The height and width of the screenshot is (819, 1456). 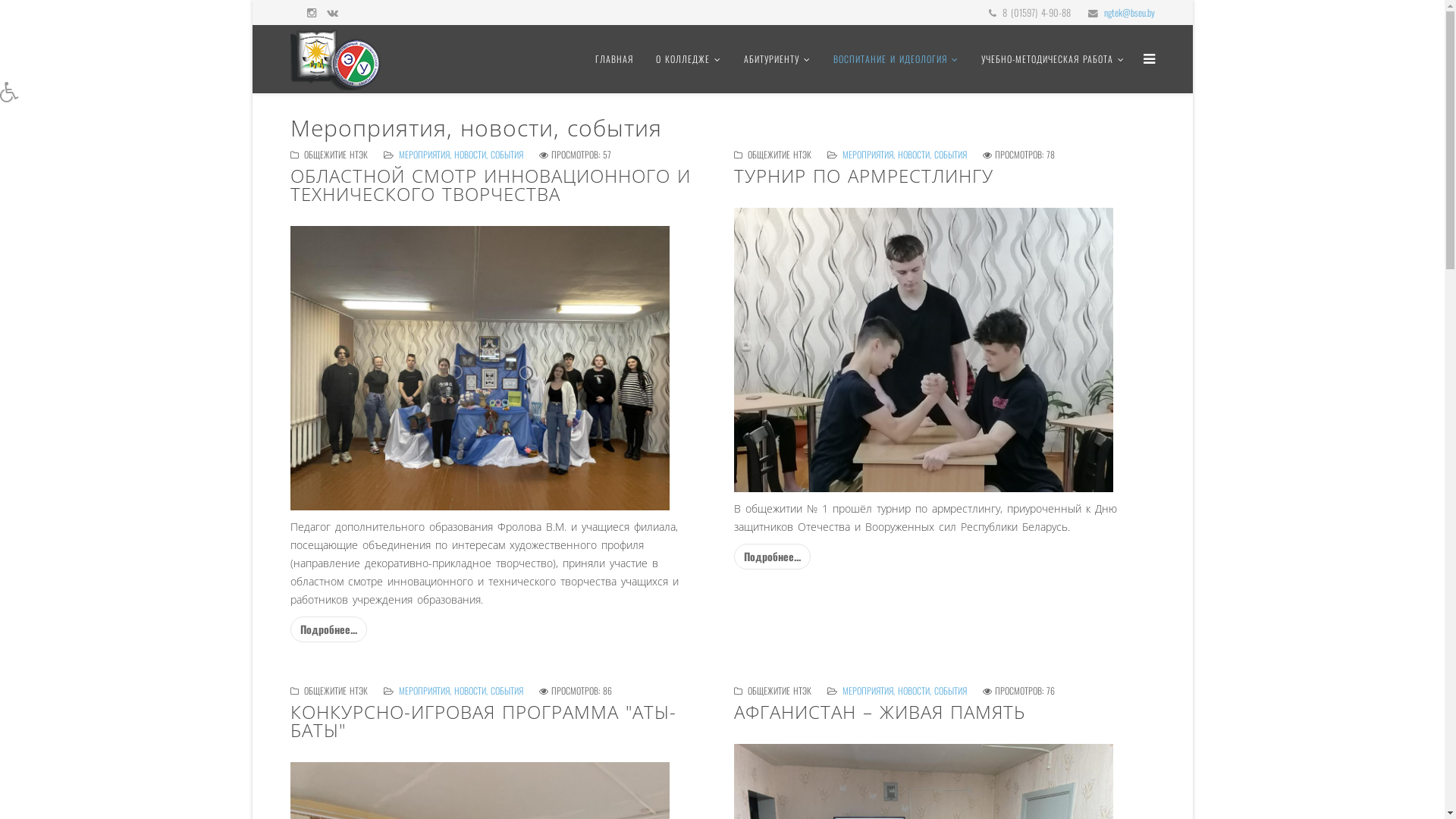 What do you see at coordinates (1129, 12) in the screenshot?
I see `'ngtek@bseu.by'` at bounding box center [1129, 12].